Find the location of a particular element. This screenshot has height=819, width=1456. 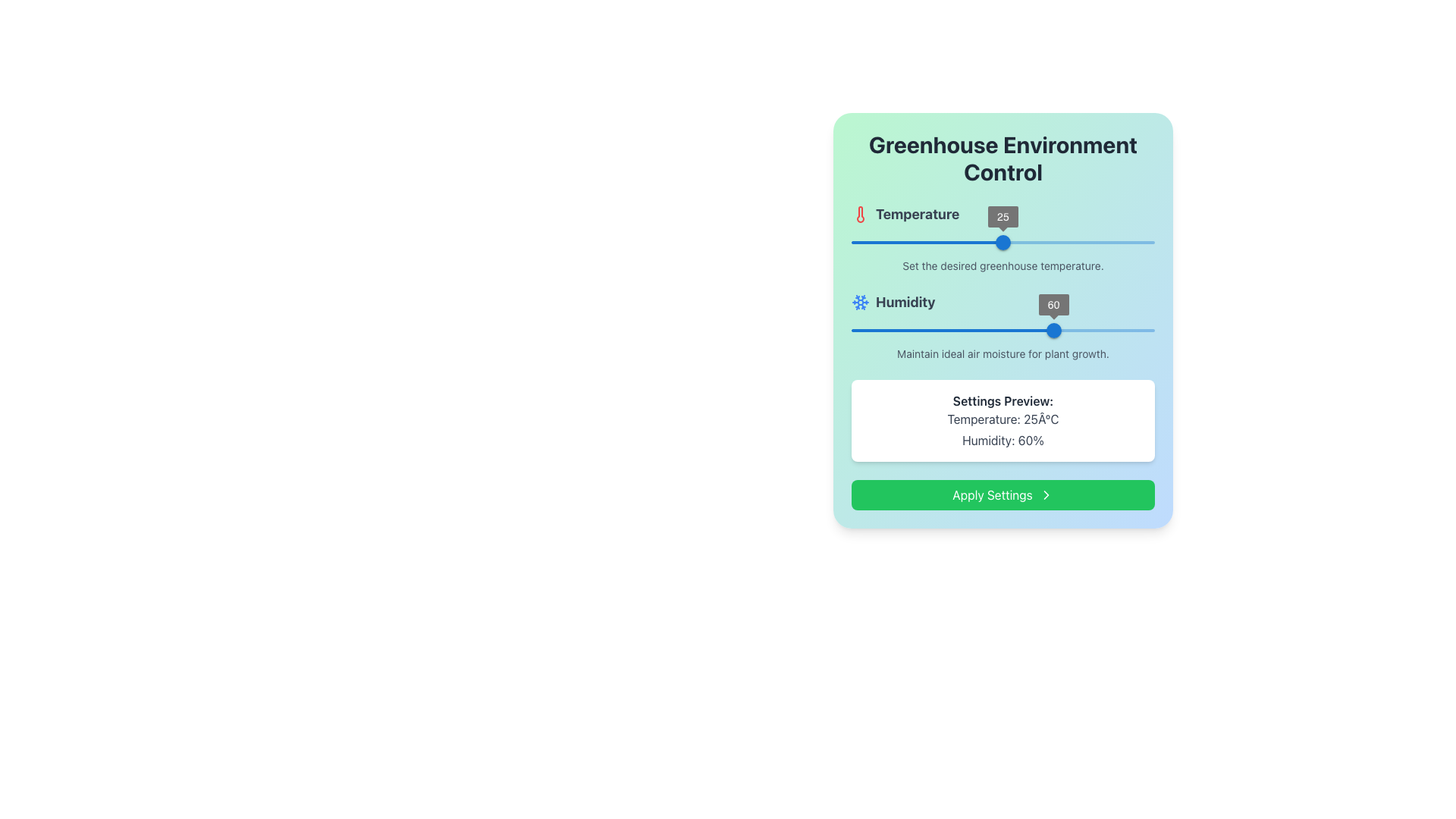

the humidity is located at coordinates (1009, 329).